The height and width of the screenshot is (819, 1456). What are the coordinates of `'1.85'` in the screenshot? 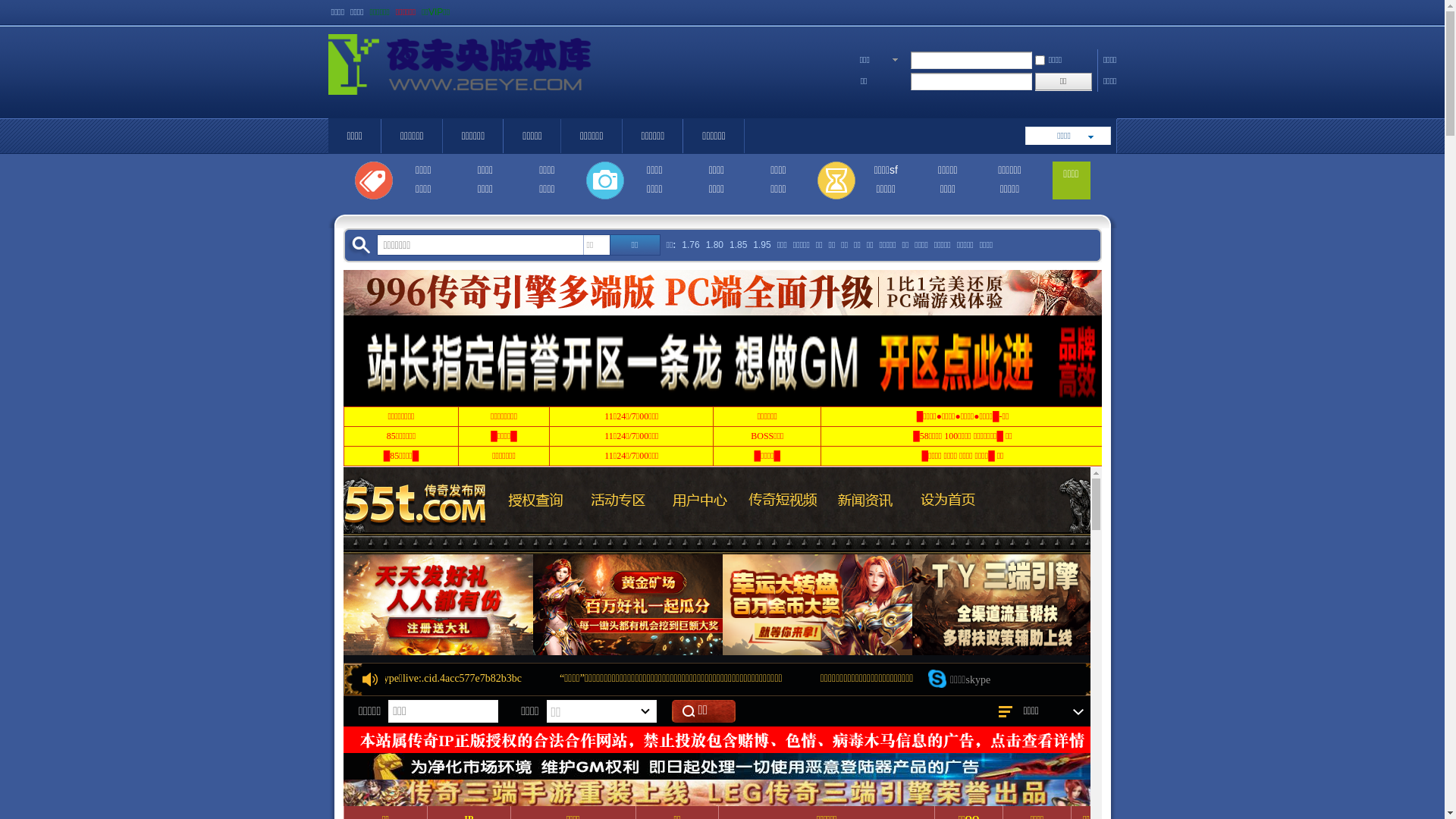 It's located at (738, 244).